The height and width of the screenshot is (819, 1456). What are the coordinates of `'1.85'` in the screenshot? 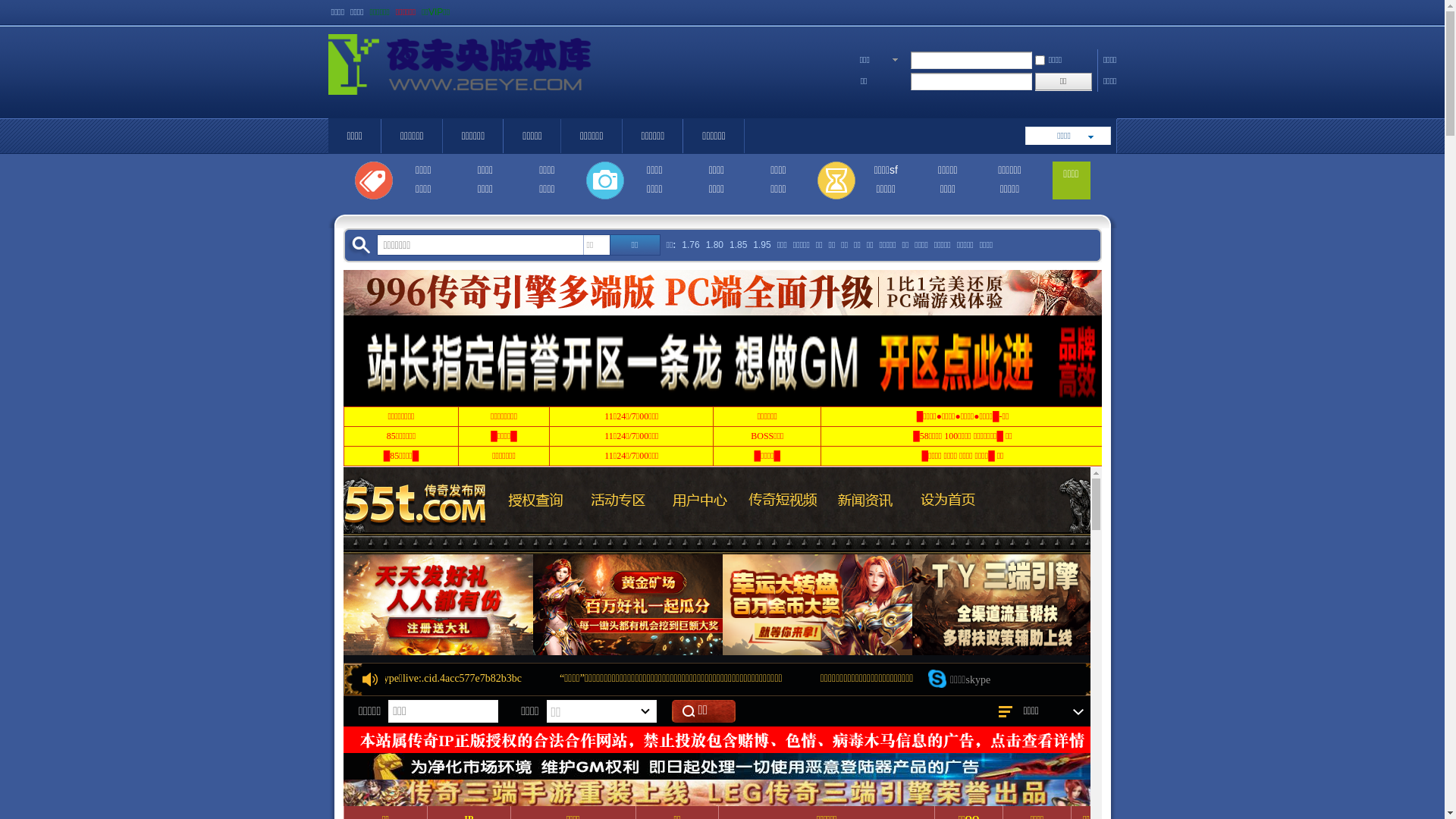 It's located at (738, 244).